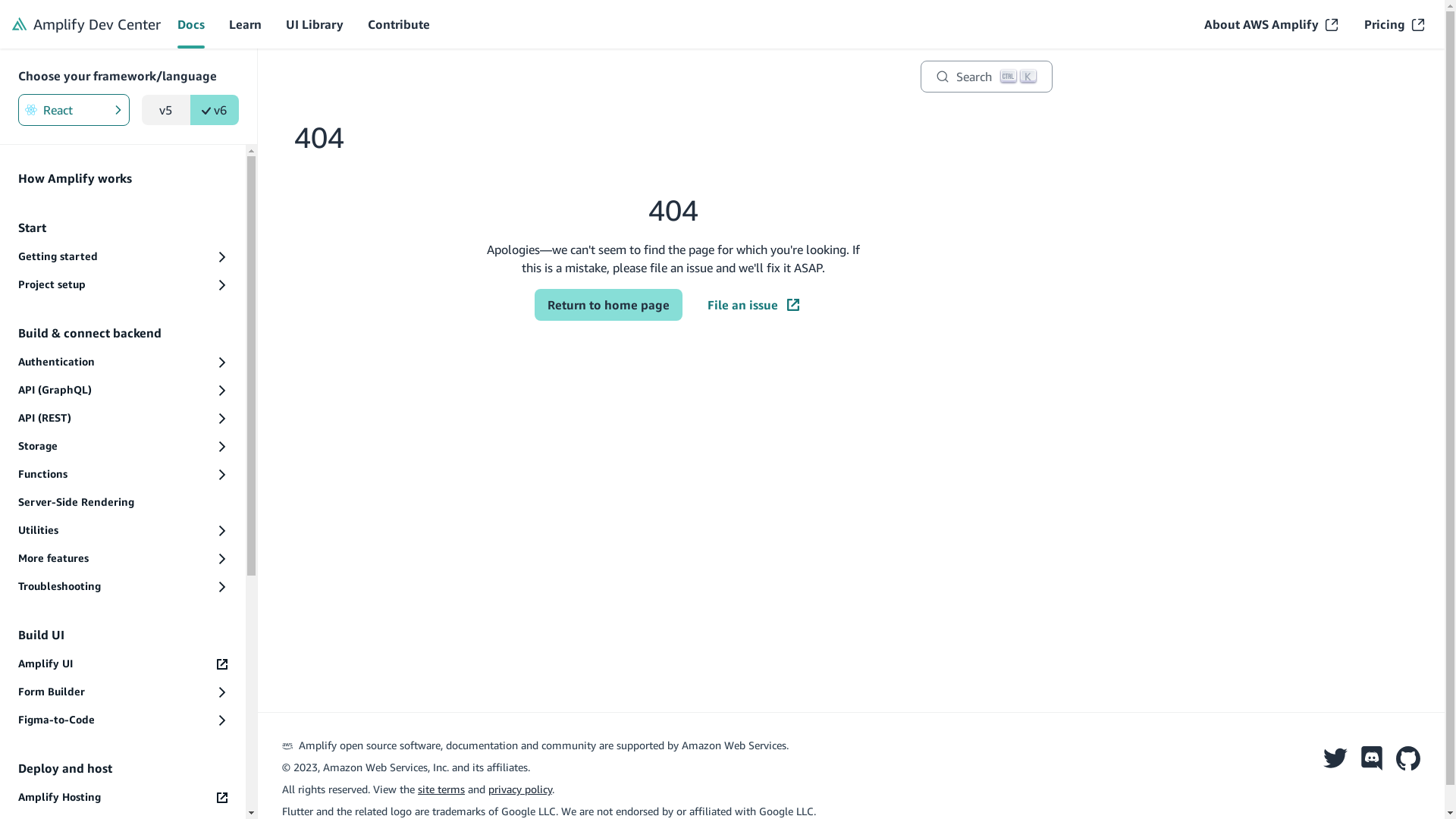  What do you see at coordinates (73, 109) in the screenshot?
I see `'React'` at bounding box center [73, 109].